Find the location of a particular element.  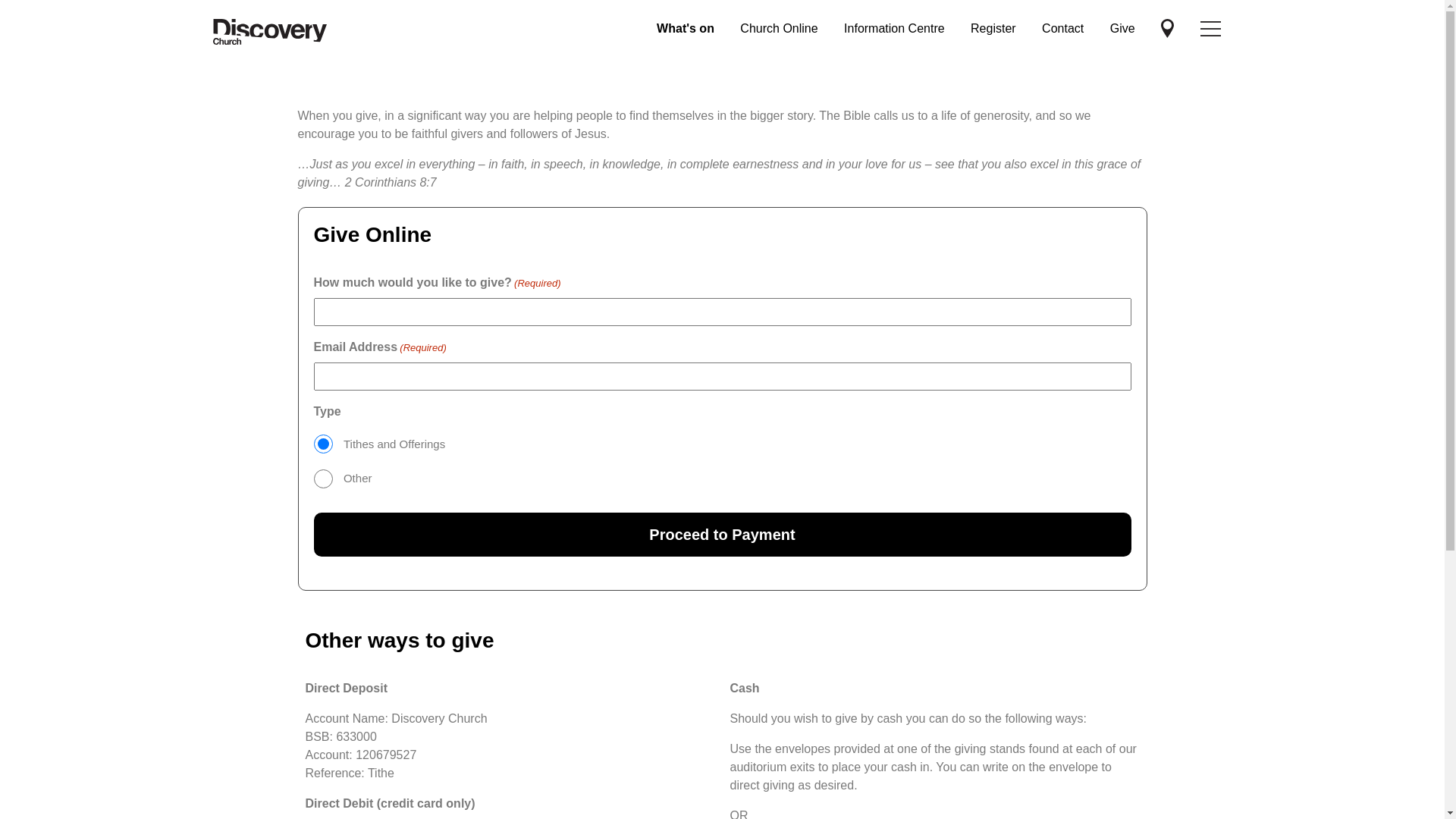

'Church Online' is located at coordinates (779, 28).